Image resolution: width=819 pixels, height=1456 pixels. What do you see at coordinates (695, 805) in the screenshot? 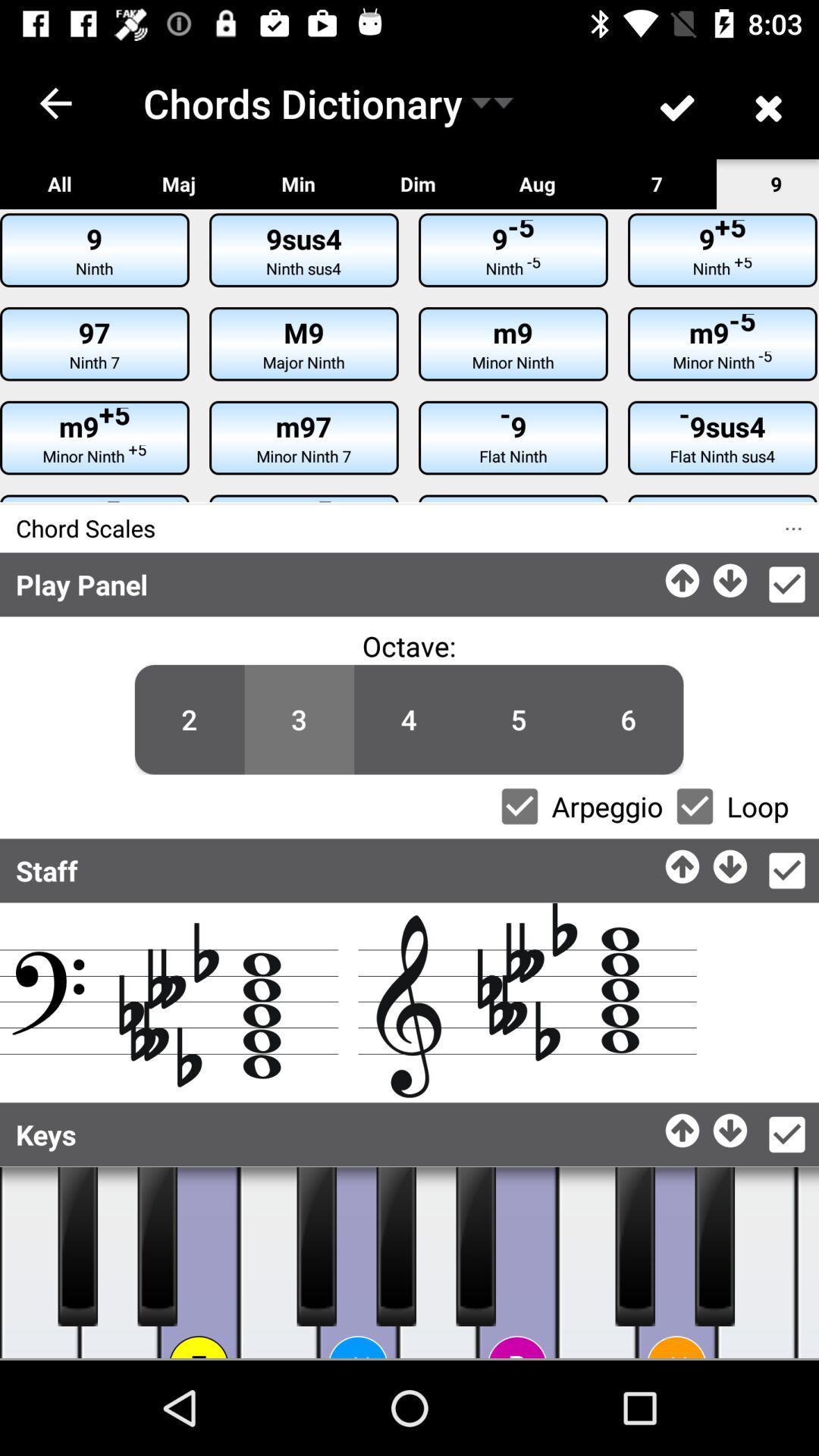
I see `button to loop option` at bounding box center [695, 805].